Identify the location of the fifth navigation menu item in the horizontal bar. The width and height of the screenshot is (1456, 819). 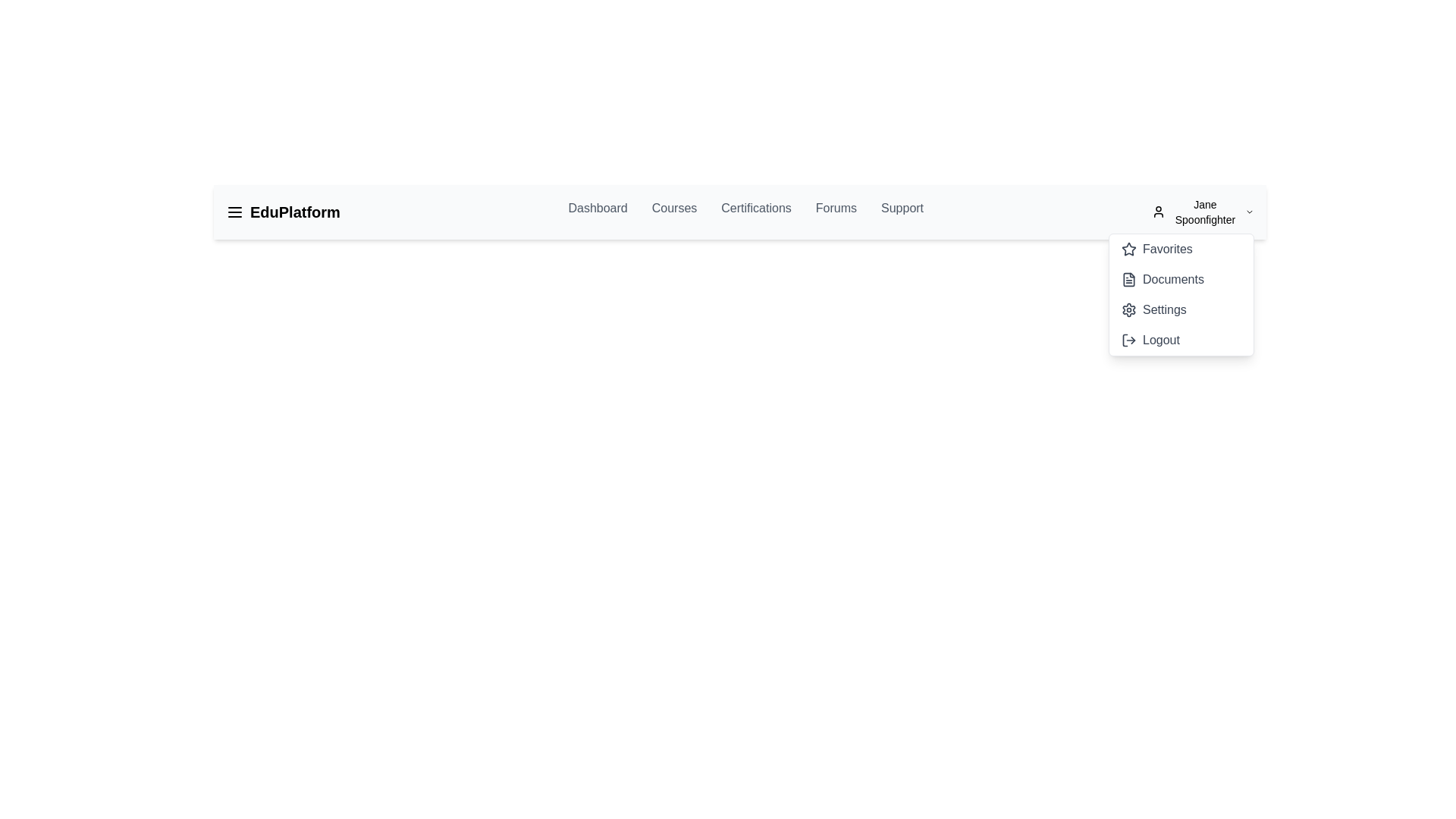
(902, 212).